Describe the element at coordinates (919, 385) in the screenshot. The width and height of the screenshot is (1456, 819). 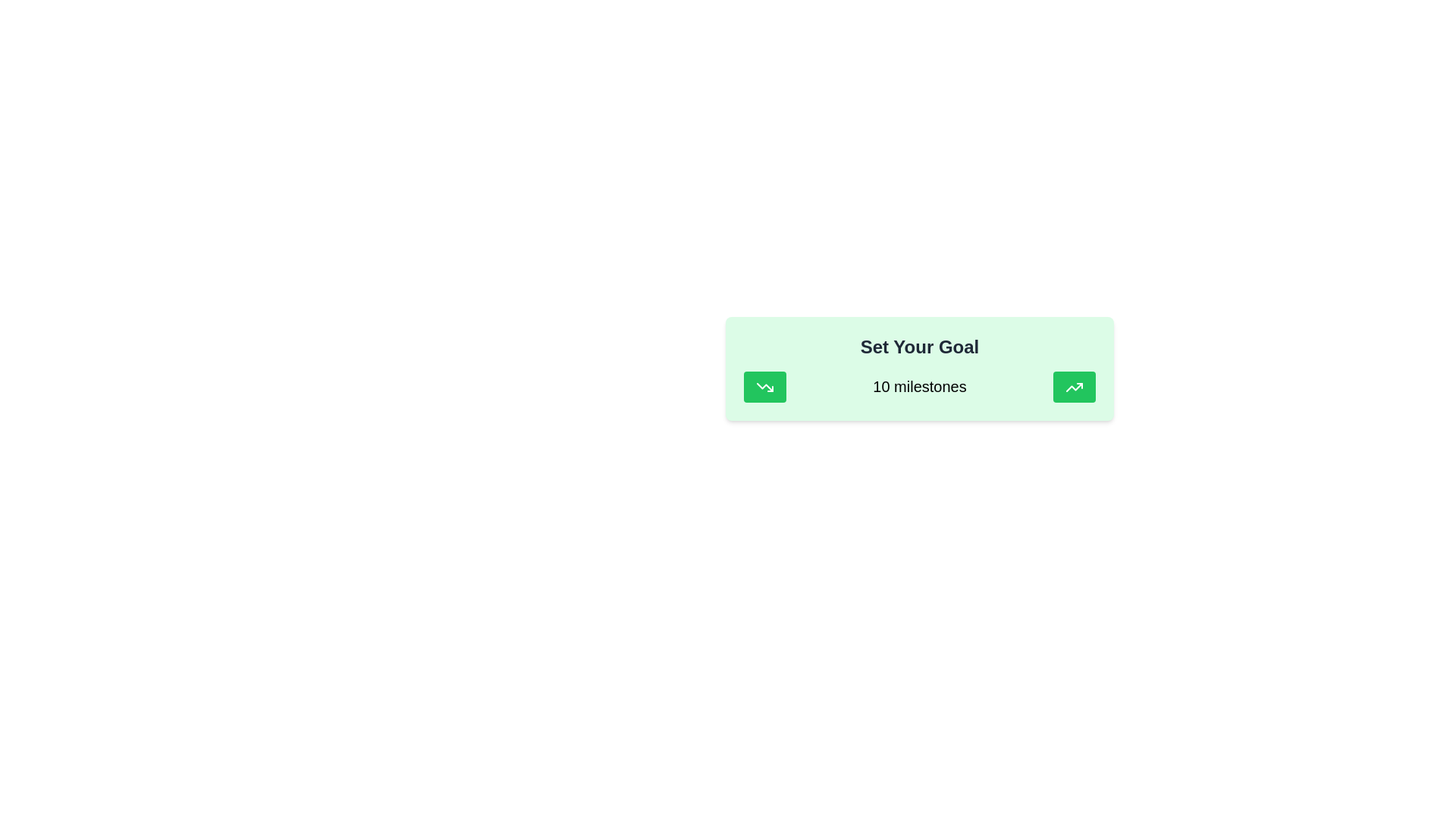
I see `the label/text that indicates milestones, located centrally beneath the 'Set Your Goal' heading, flanked by green buttons with arrow icons` at that location.